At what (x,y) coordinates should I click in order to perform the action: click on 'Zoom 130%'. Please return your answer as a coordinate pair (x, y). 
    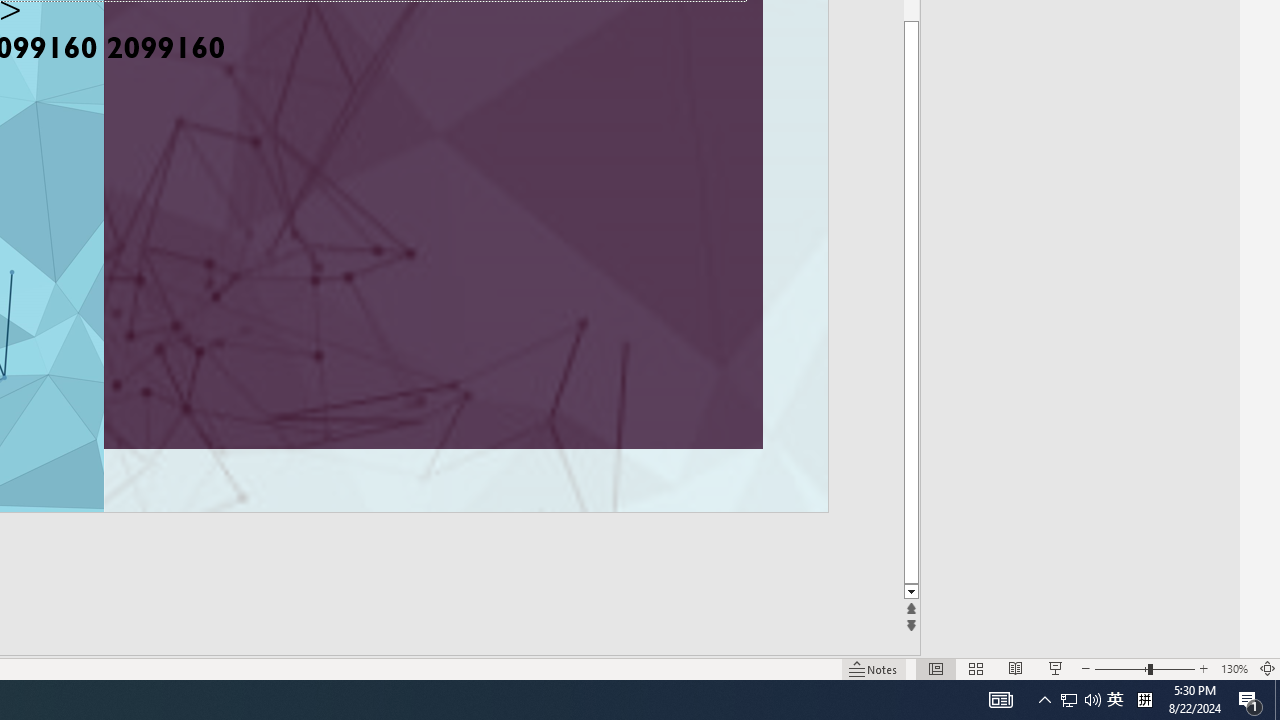
    Looking at the image, I should click on (1233, 669).